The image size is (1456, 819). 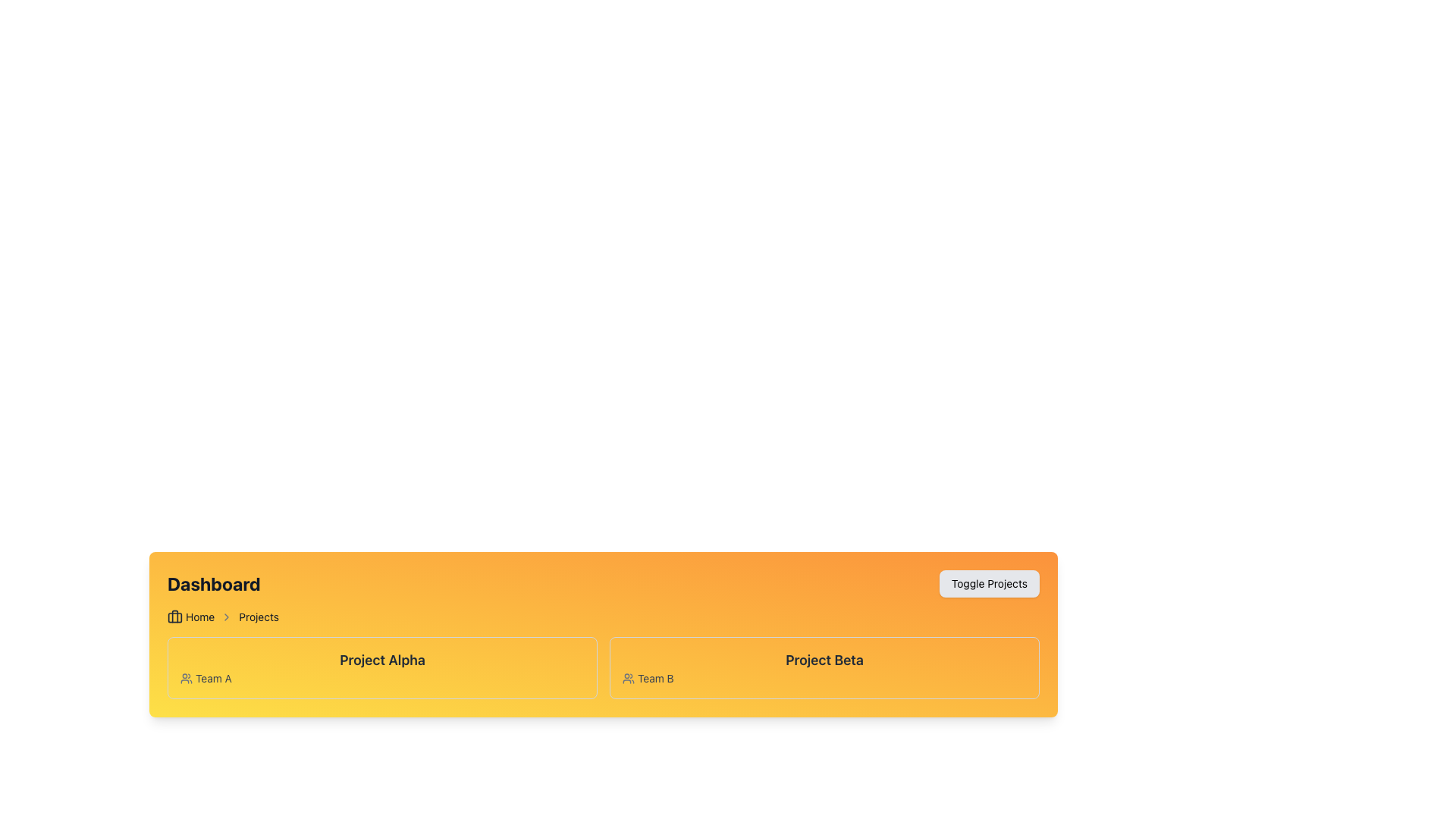 What do you see at coordinates (174, 617) in the screenshot?
I see `the small briefcase icon located at the beginning of the breadcrumb navigation bar under the 'Dashboard' heading, positioned to the left of the 'Home' label` at bounding box center [174, 617].